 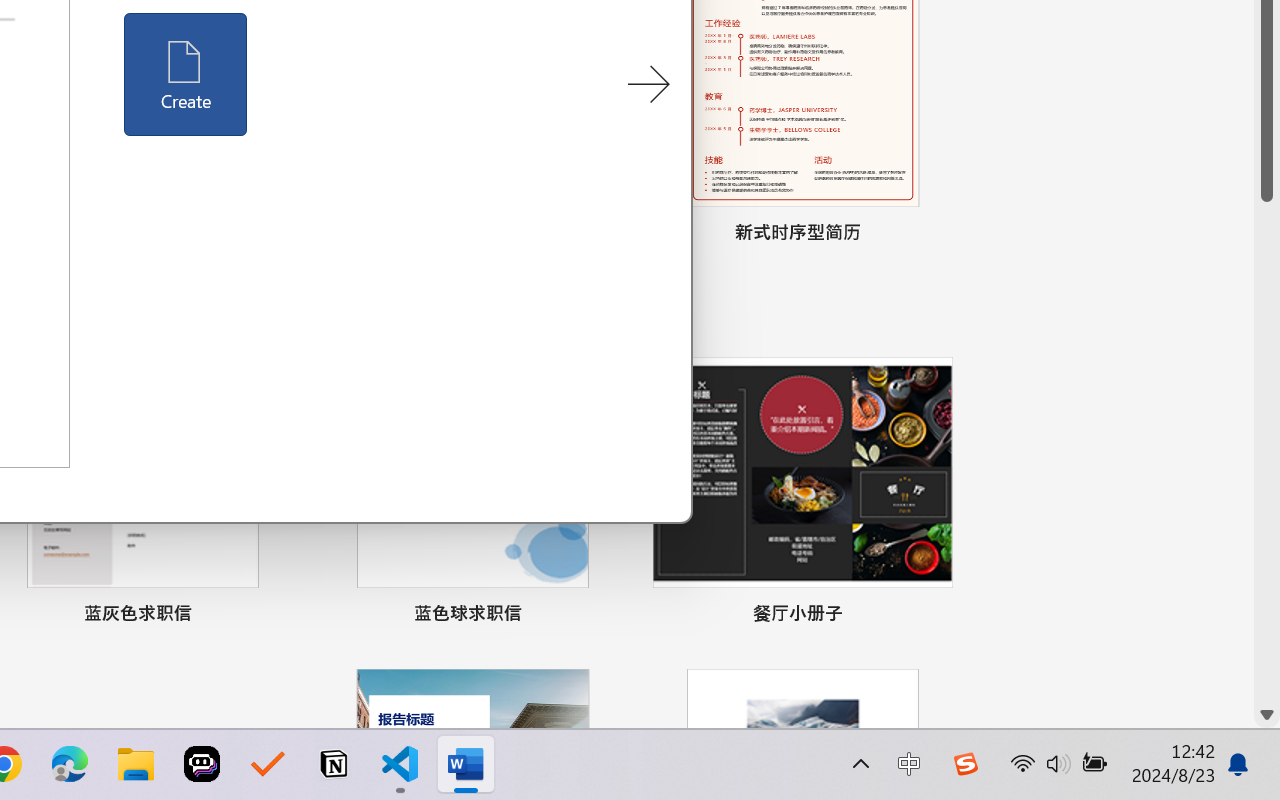 I want to click on 'Next Template', so click(x=648, y=85).